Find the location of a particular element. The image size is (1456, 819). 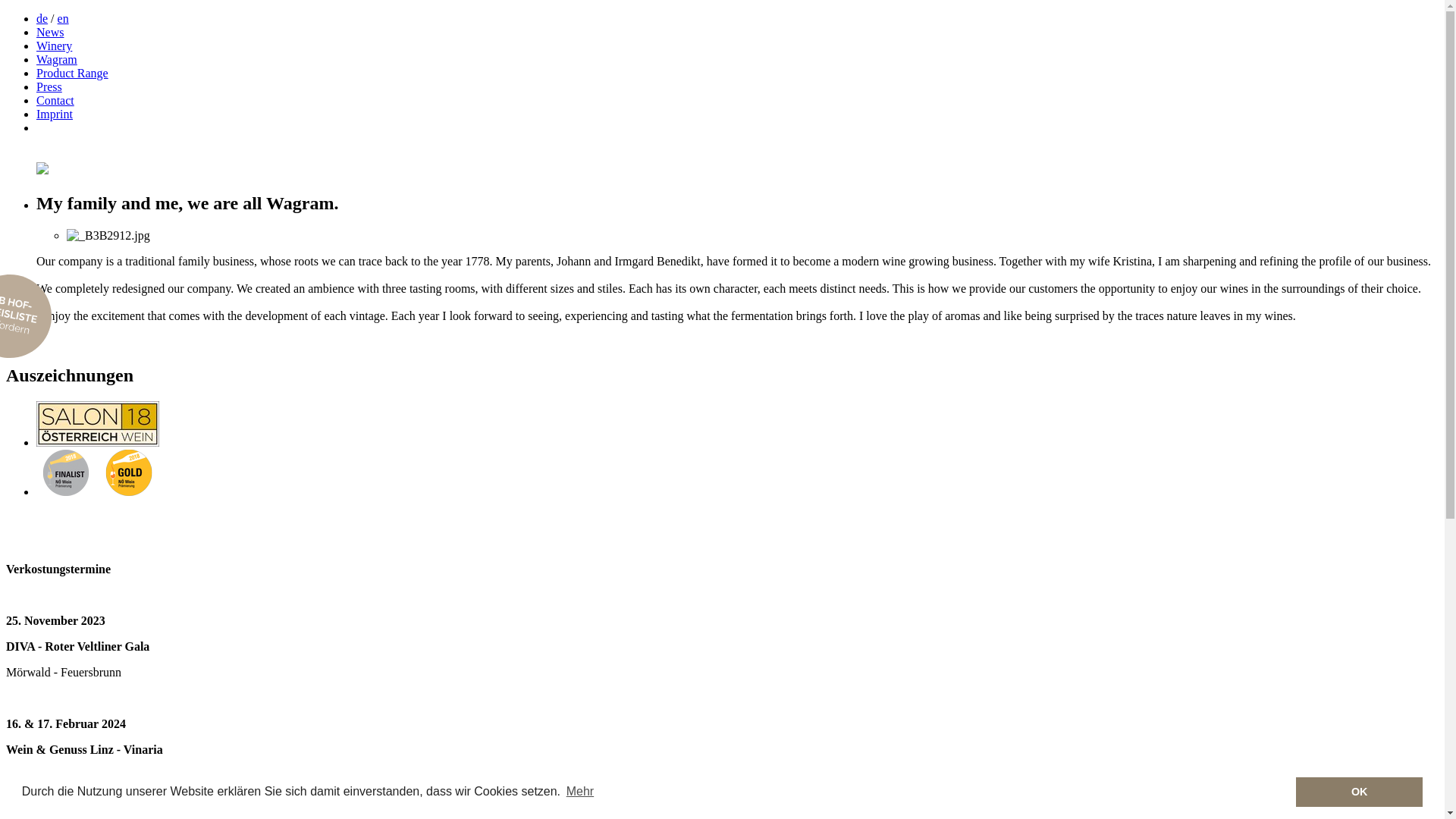

'Mehr' is located at coordinates (579, 791).